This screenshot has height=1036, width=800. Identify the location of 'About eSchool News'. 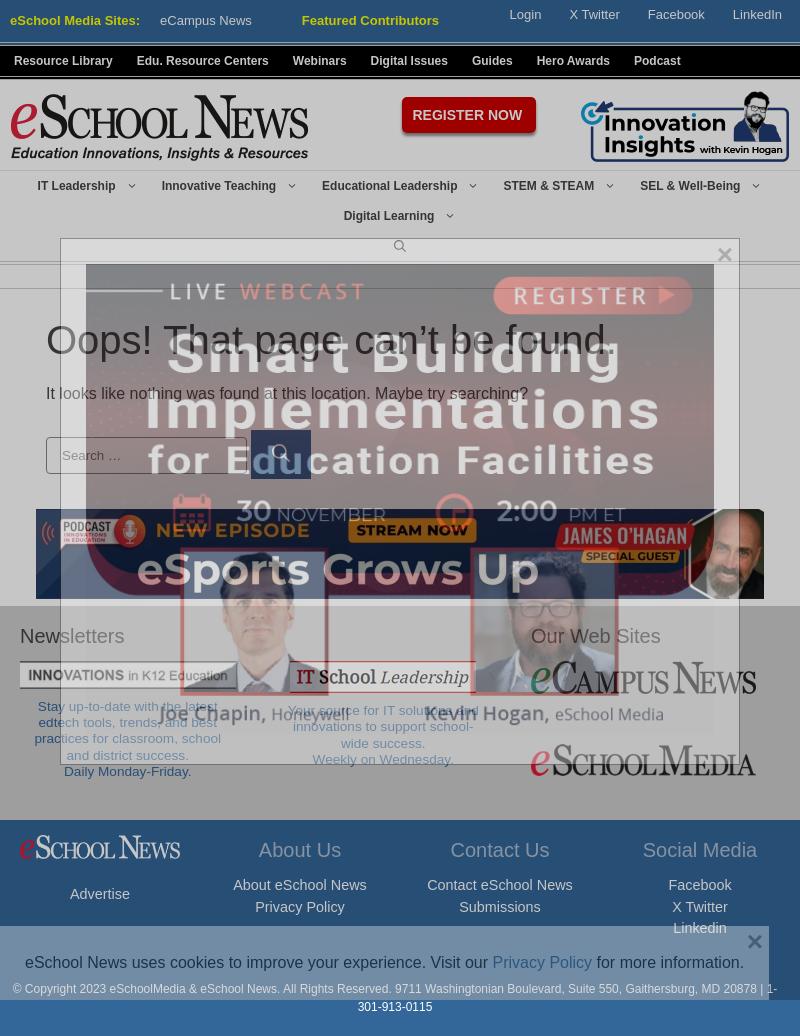
(299, 884).